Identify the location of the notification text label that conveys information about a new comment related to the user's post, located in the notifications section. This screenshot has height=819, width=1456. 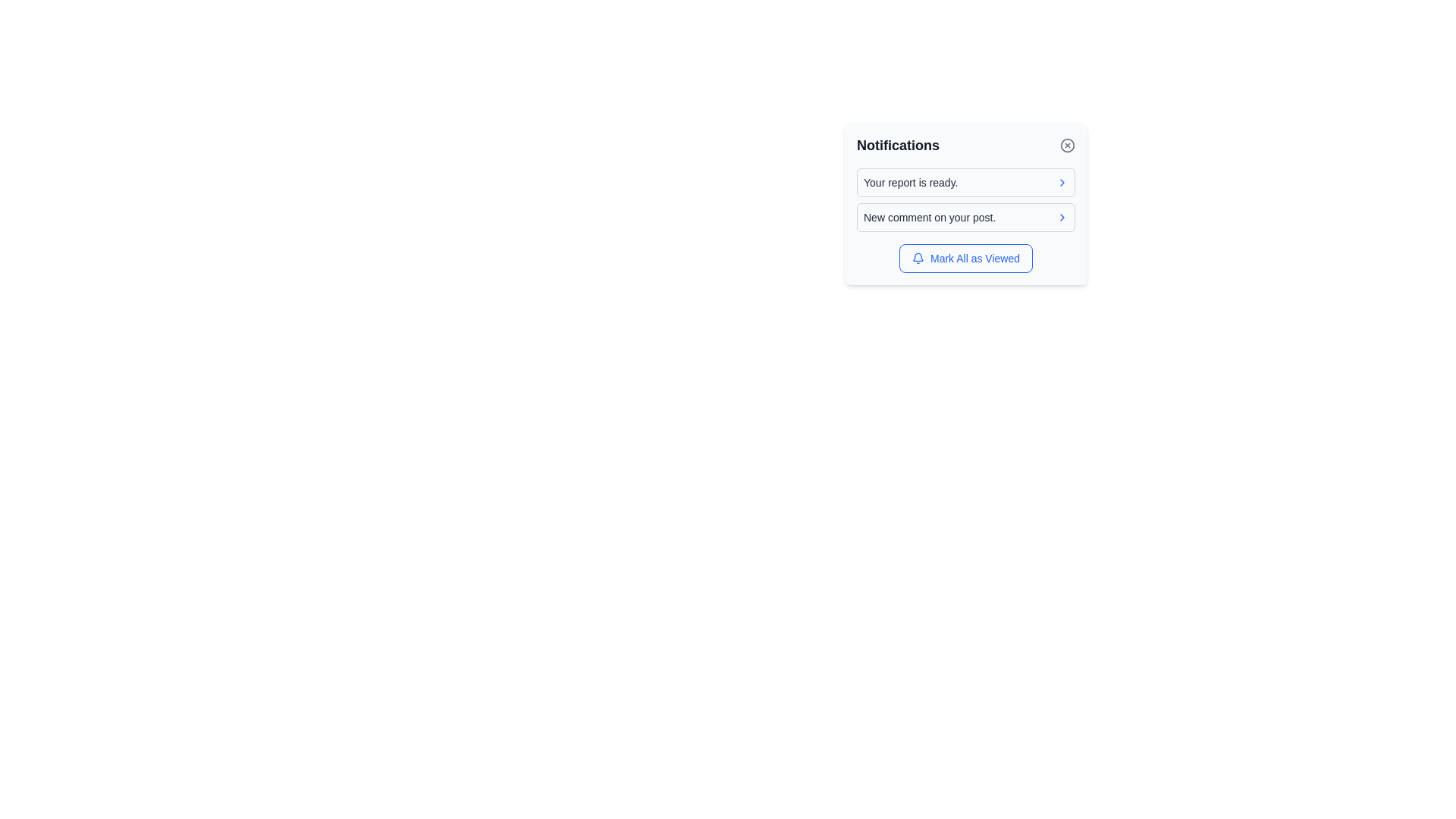
(929, 217).